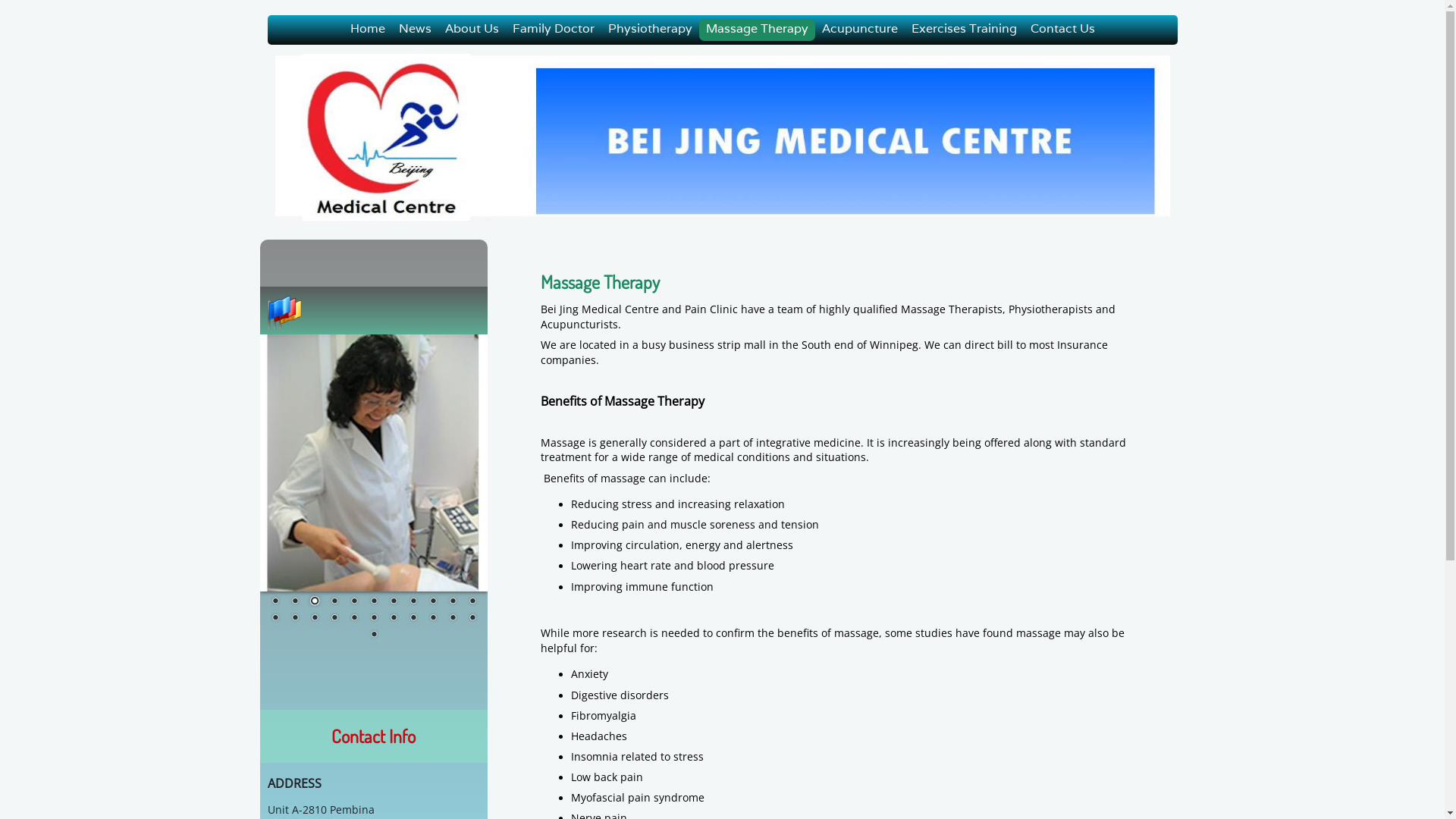 The image size is (1456, 819). I want to click on 'Acupuncture', so click(858, 30).